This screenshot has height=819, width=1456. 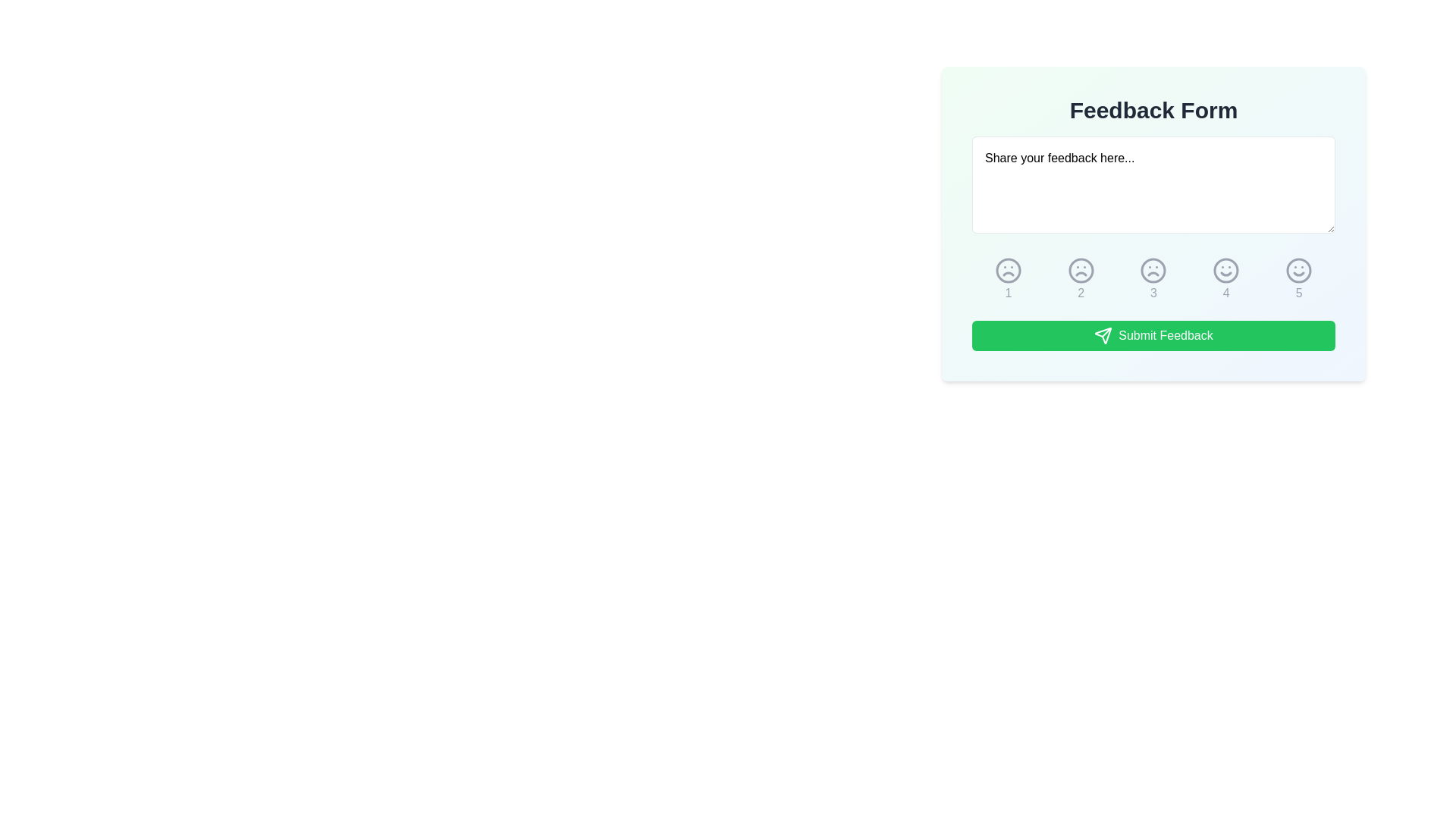 What do you see at coordinates (1080, 270) in the screenshot?
I see `the frown emoticon icon, which is the second icon in a series of five rating emoticons` at bounding box center [1080, 270].